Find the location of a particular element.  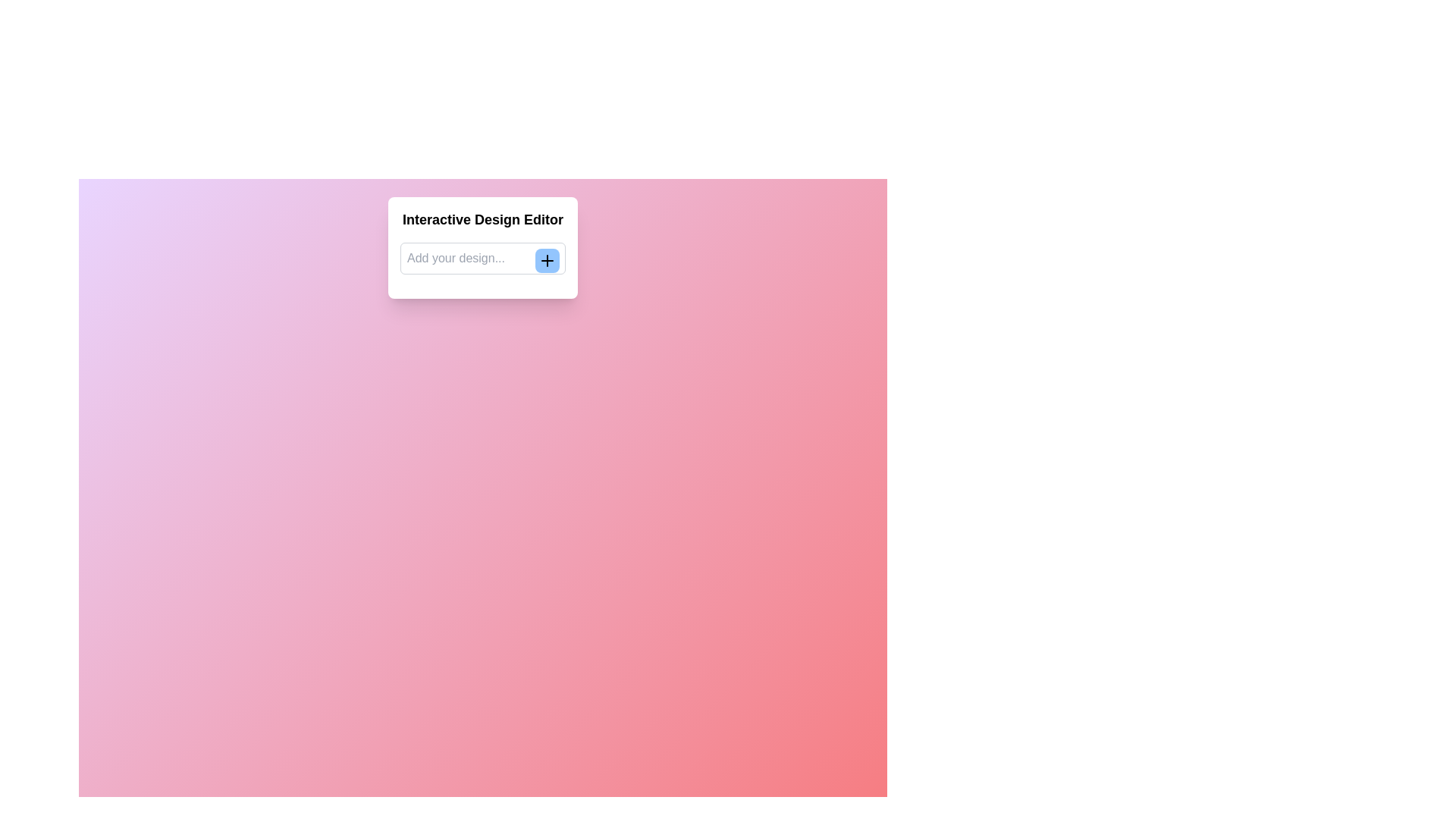

the interactive button located in the top-right corner of the textbox labeled 'Add your design...' is located at coordinates (546, 259).